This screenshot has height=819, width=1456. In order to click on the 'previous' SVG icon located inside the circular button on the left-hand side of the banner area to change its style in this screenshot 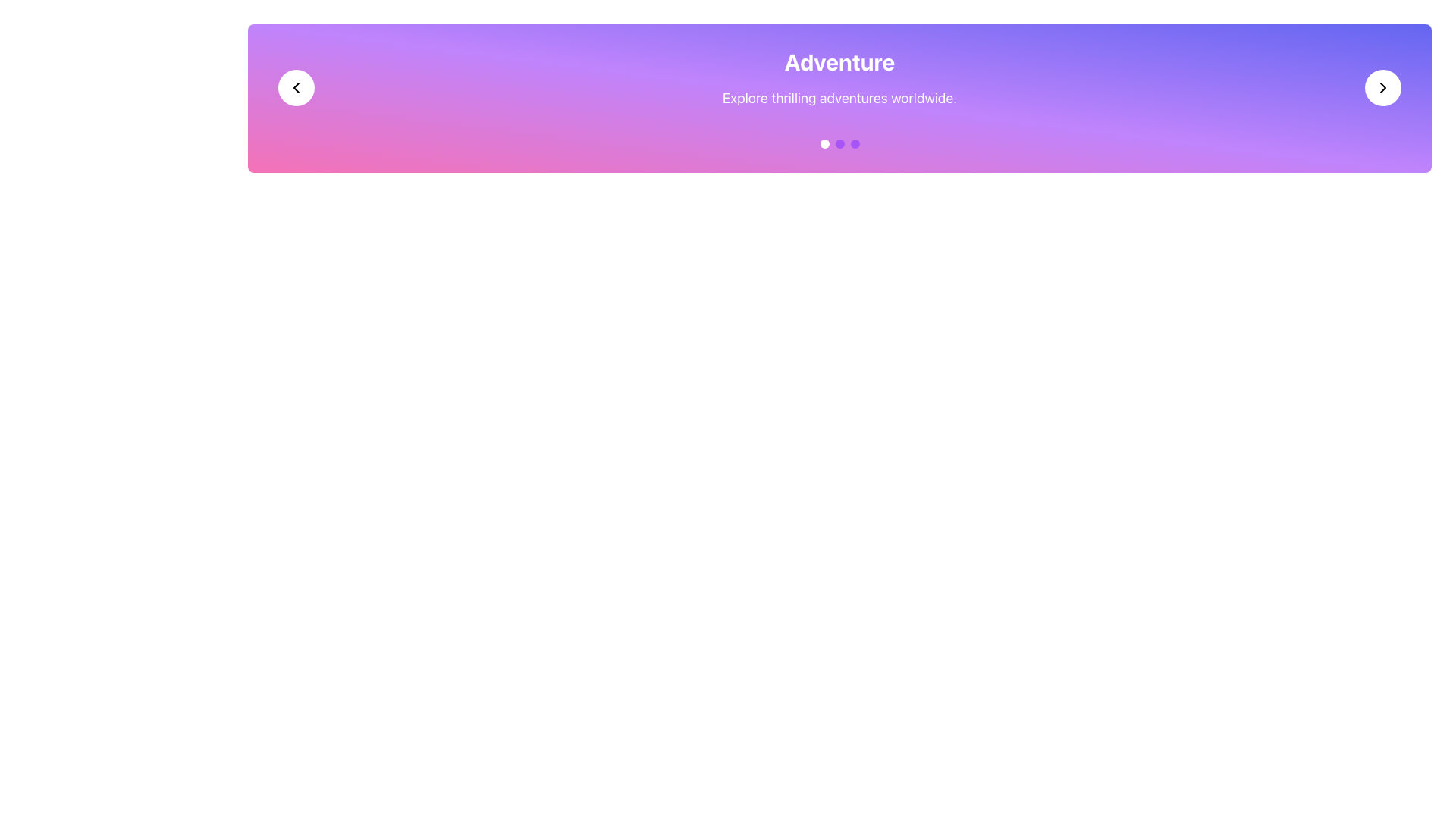, I will do `click(296, 87)`.